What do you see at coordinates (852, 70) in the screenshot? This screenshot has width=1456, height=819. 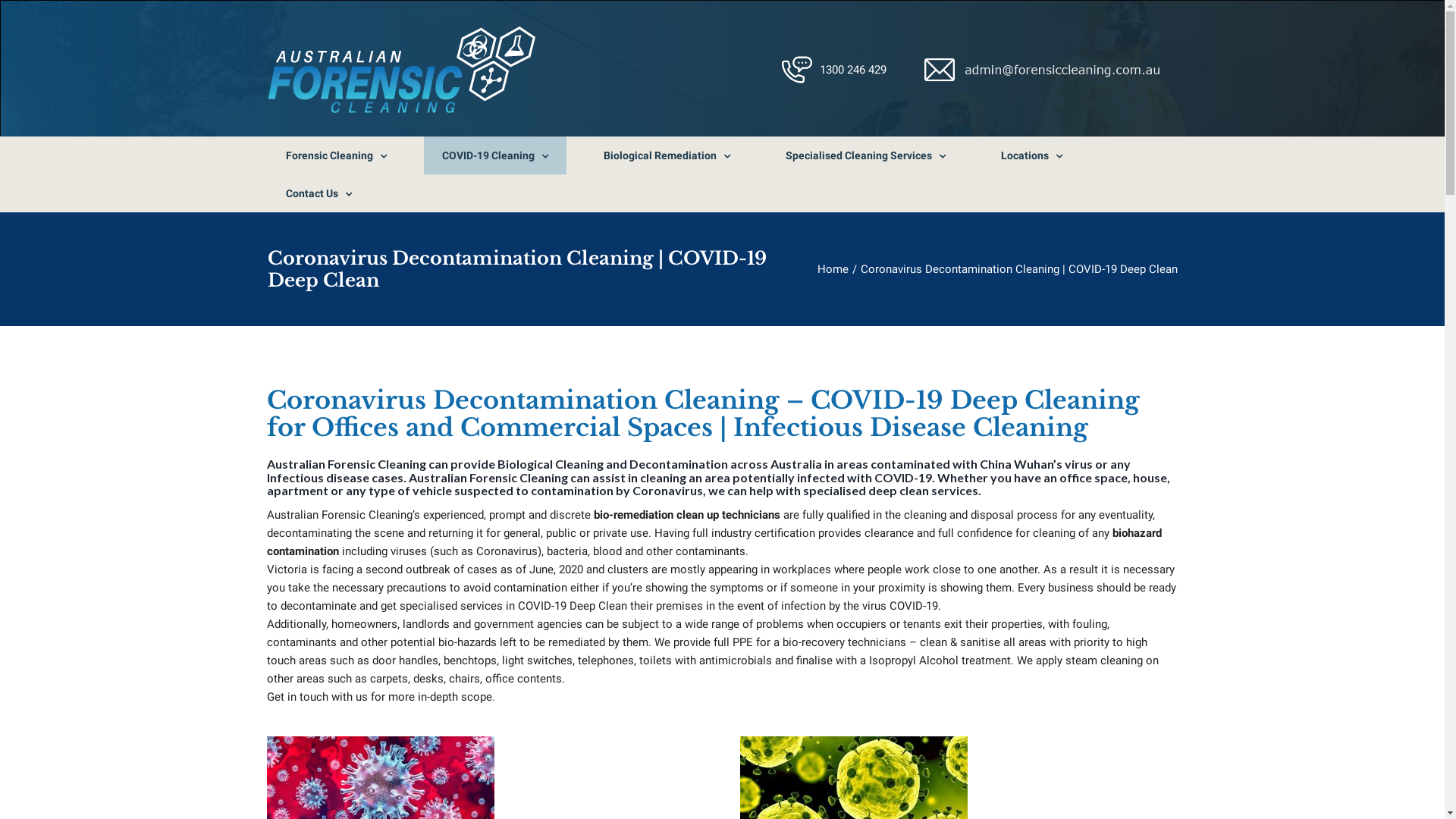 I see `'1300 246 429'` at bounding box center [852, 70].